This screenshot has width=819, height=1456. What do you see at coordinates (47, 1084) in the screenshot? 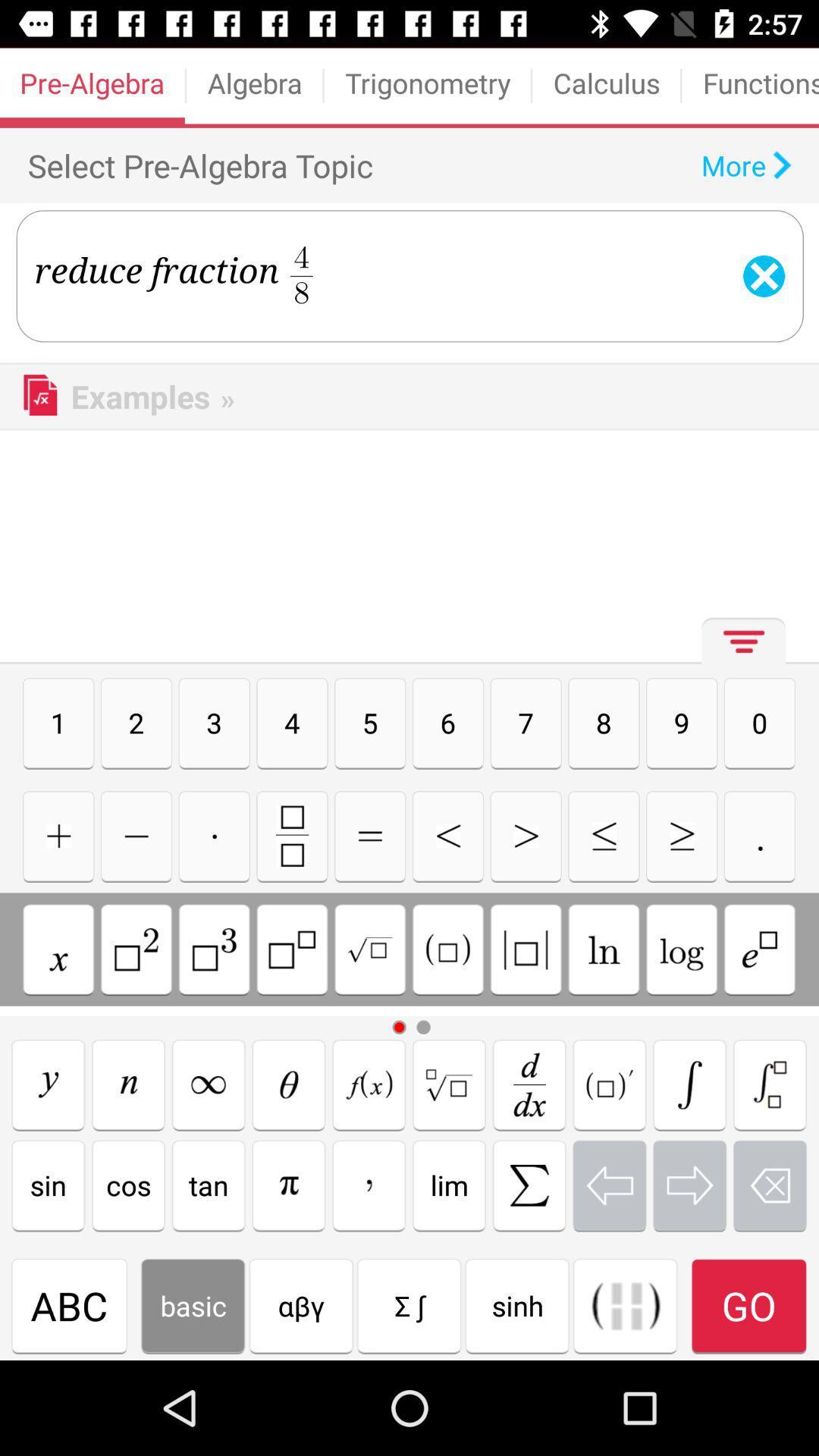
I see `math function` at bounding box center [47, 1084].